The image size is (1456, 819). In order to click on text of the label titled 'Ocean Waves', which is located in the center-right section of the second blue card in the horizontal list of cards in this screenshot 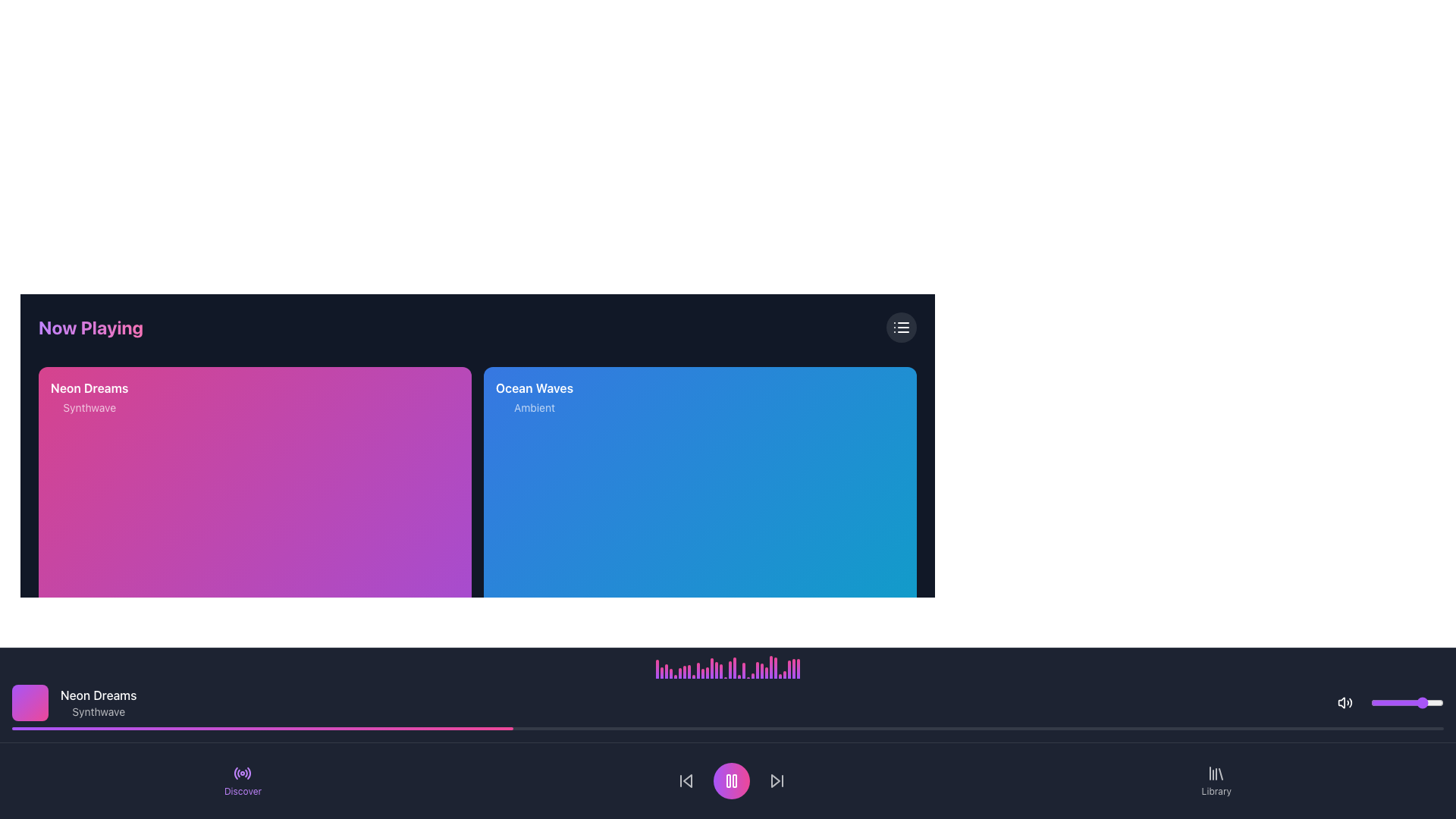, I will do `click(535, 397)`.